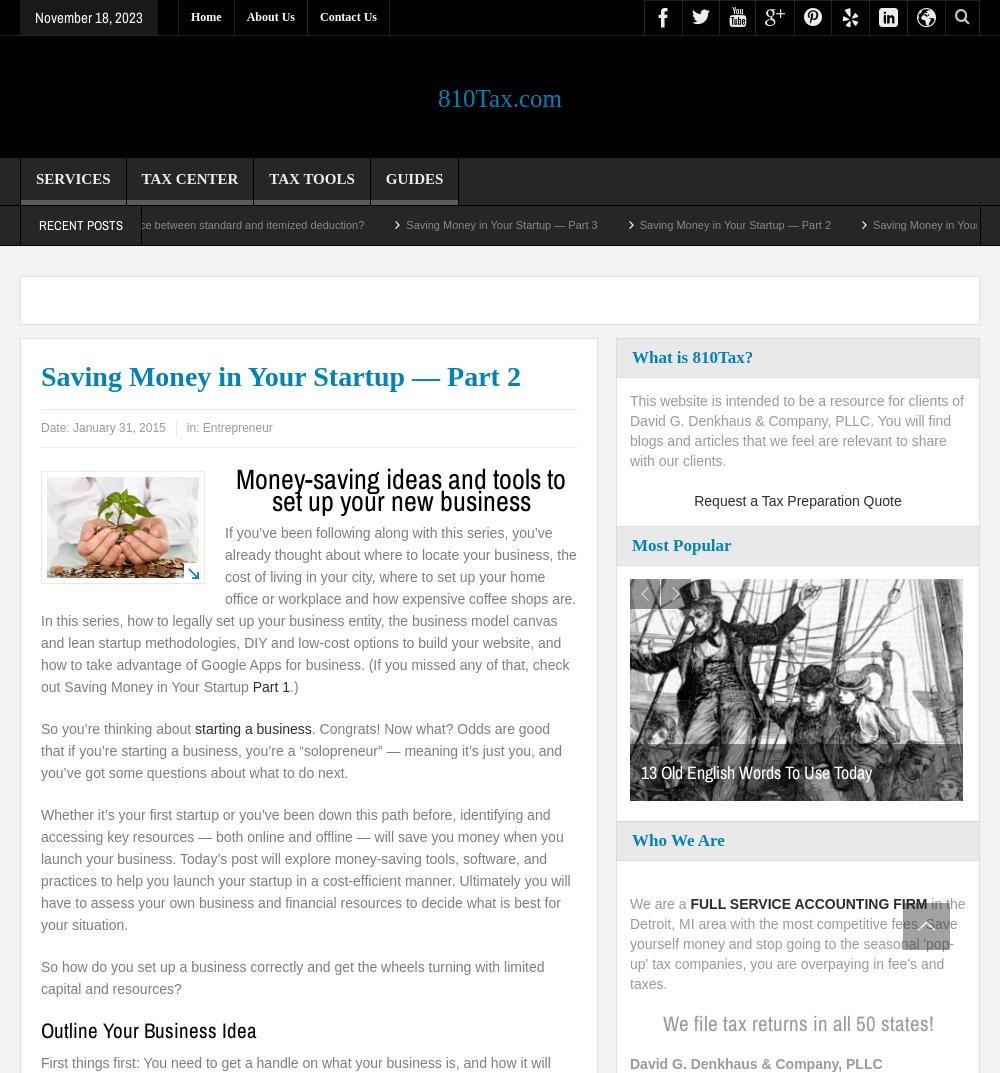 The image size is (1000, 1073). I want to click on 'Tax Tools', so click(311, 177).